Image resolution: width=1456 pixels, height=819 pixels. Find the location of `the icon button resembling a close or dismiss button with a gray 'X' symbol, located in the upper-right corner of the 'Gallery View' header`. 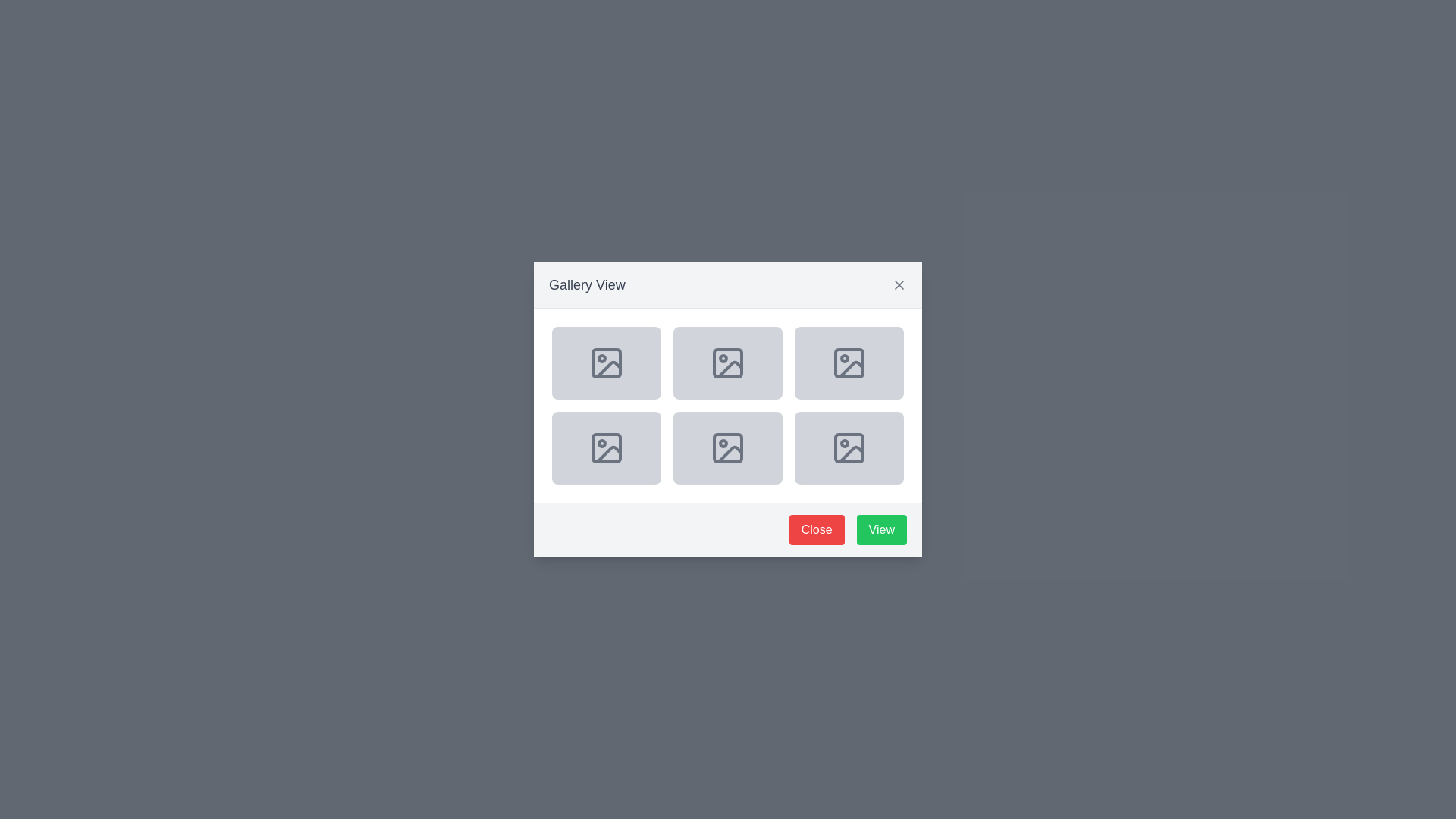

the icon button resembling a close or dismiss button with a gray 'X' symbol, located in the upper-right corner of the 'Gallery View' header is located at coordinates (899, 284).